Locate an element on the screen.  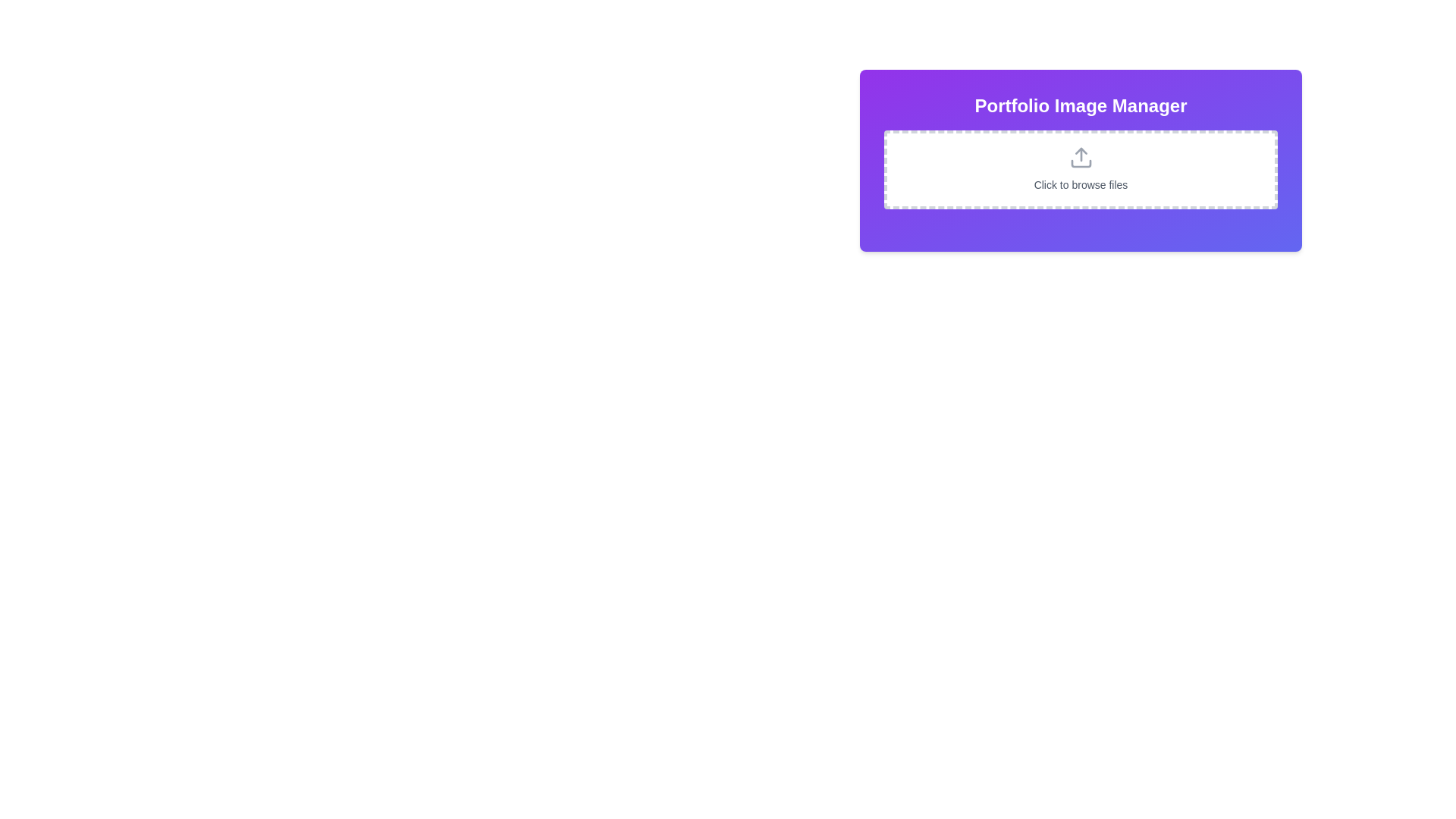
the Interactive upload panel with the text 'Click to browse files' and an upload icon is located at coordinates (1080, 161).